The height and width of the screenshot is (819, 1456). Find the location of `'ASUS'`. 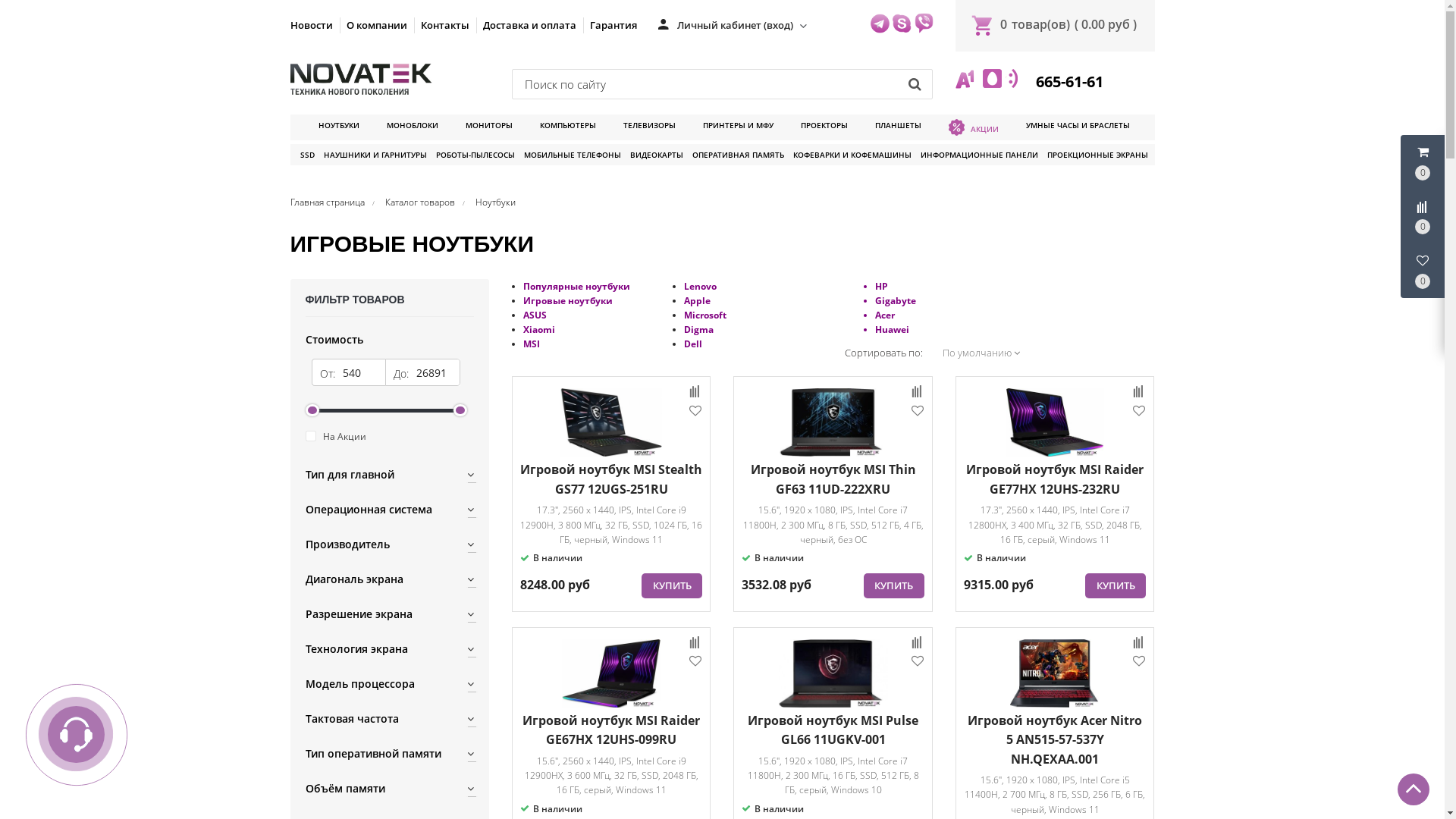

'ASUS' is located at coordinates (535, 314).